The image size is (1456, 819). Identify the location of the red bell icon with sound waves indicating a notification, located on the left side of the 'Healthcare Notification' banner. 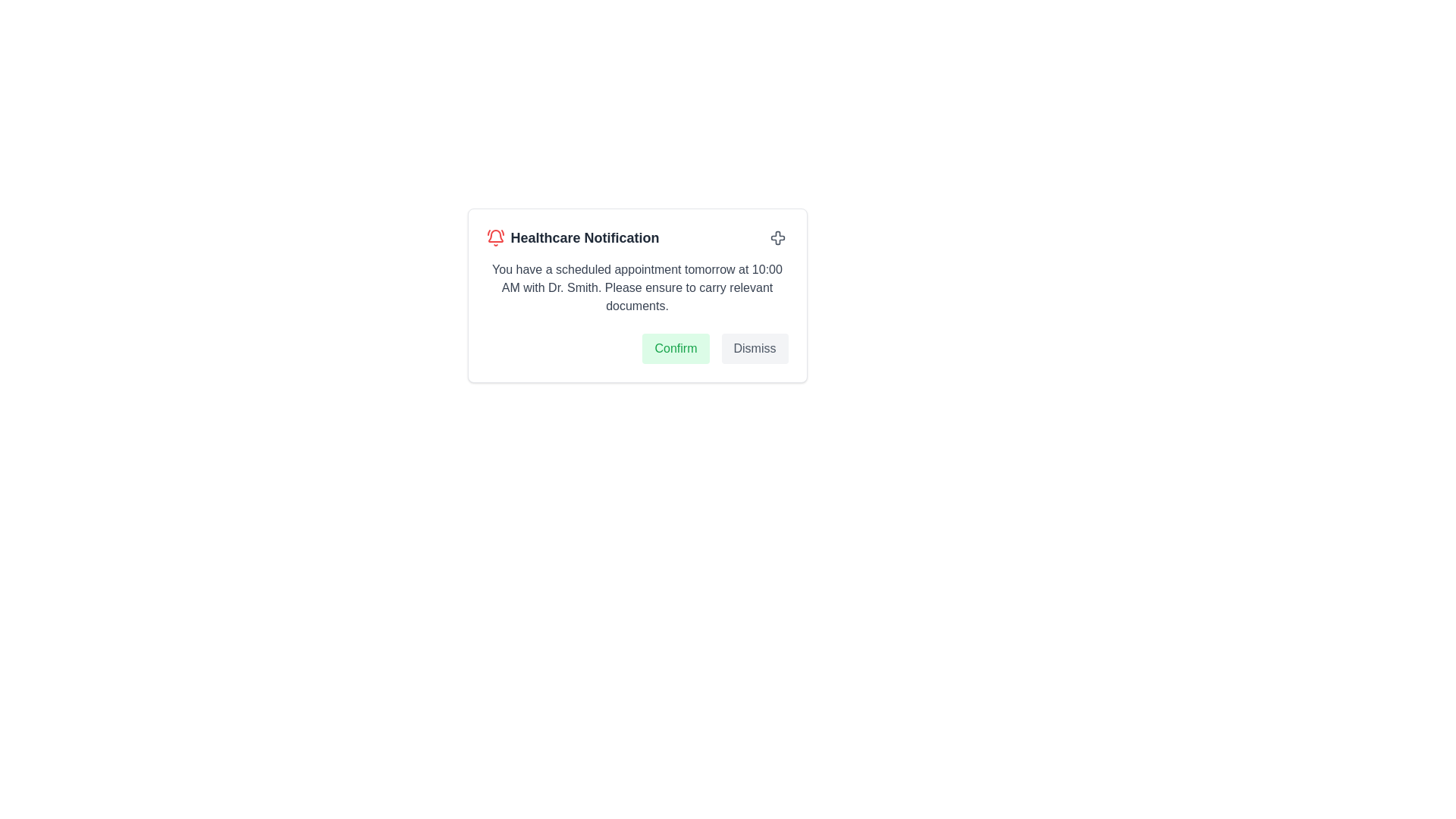
(495, 237).